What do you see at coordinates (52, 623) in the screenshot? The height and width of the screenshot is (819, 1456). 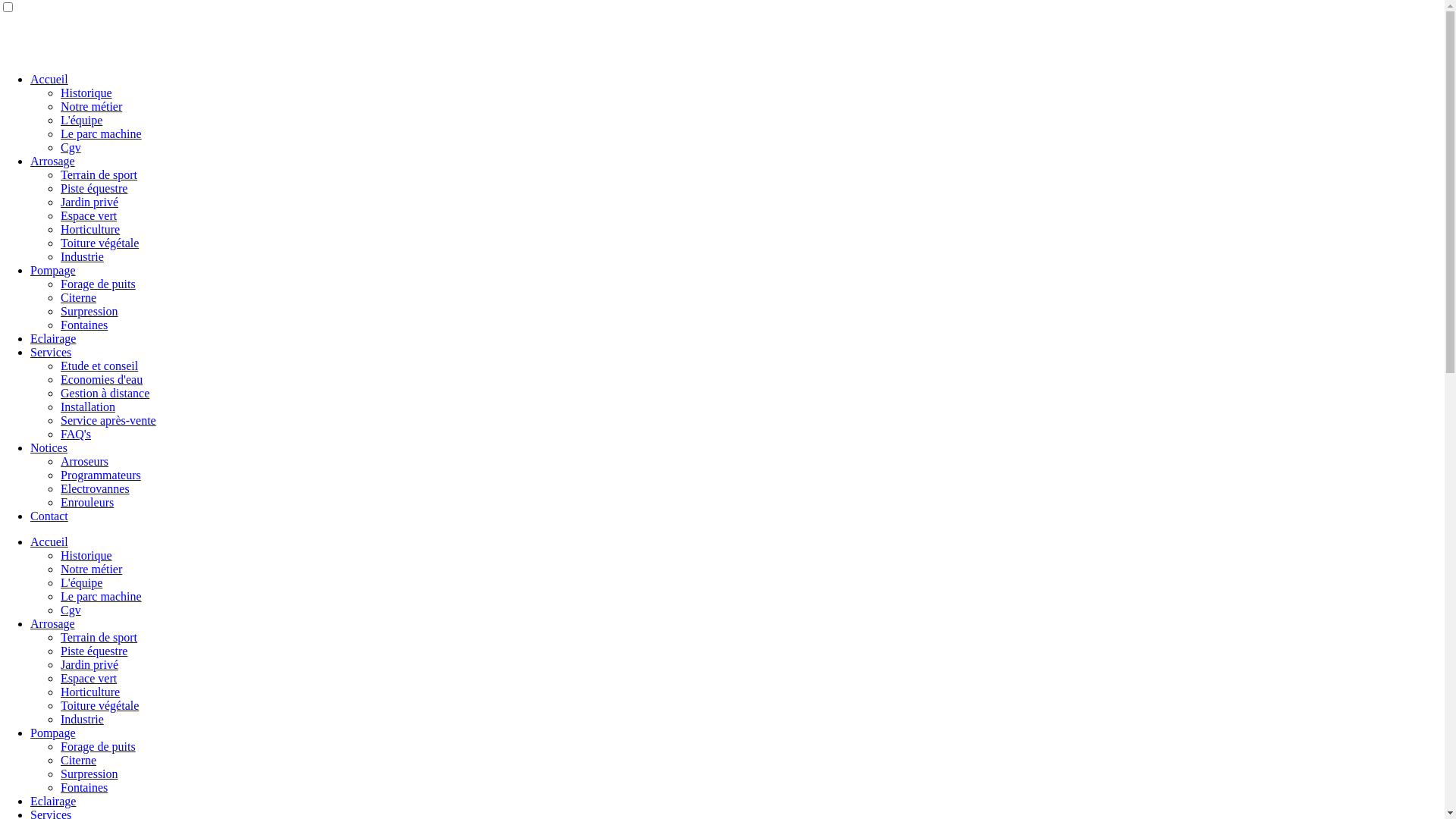 I see `'Arrosage'` at bounding box center [52, 623].